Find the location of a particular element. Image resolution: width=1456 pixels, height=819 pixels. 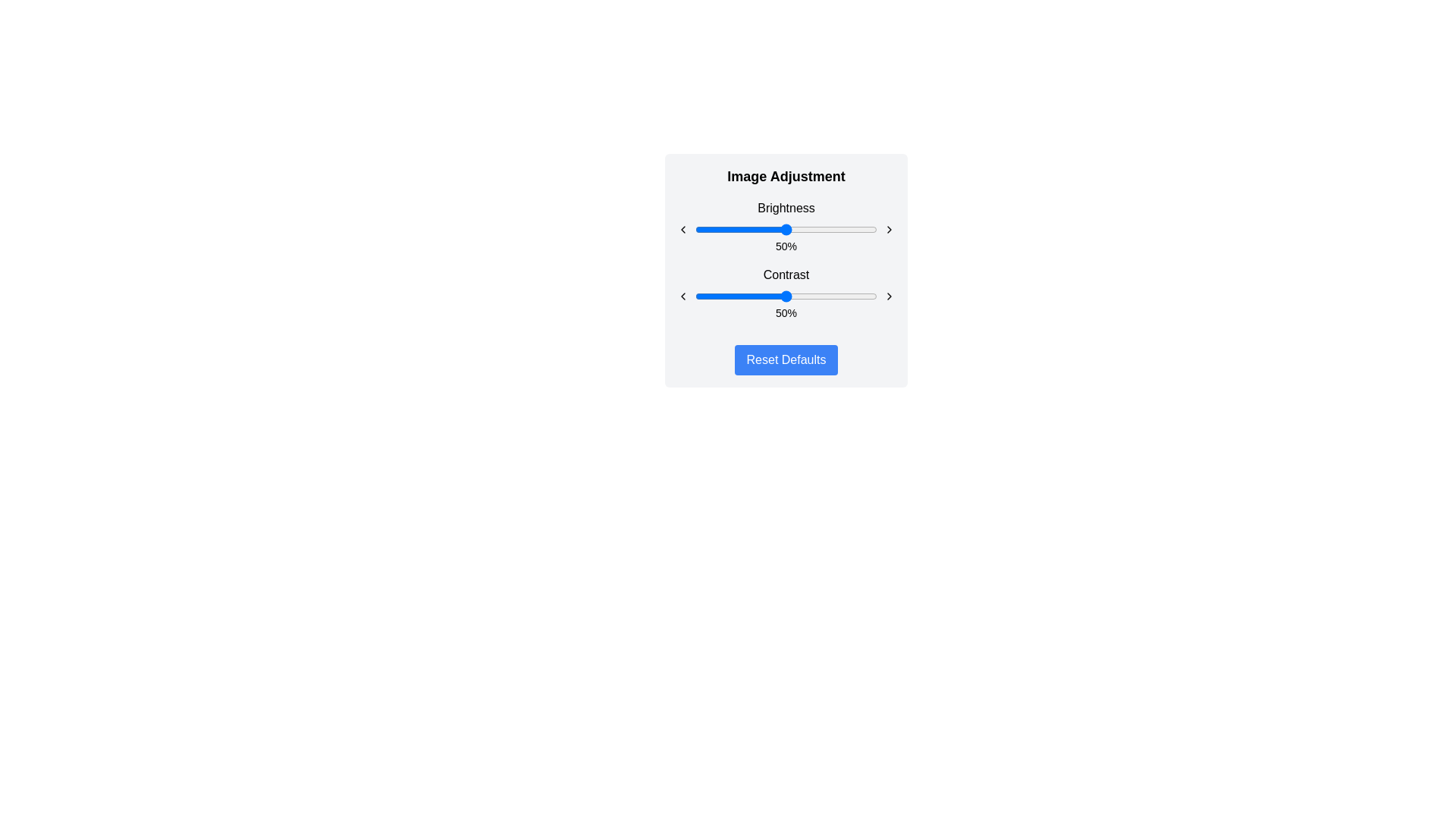

brightness is located at coordinates (874, 230).